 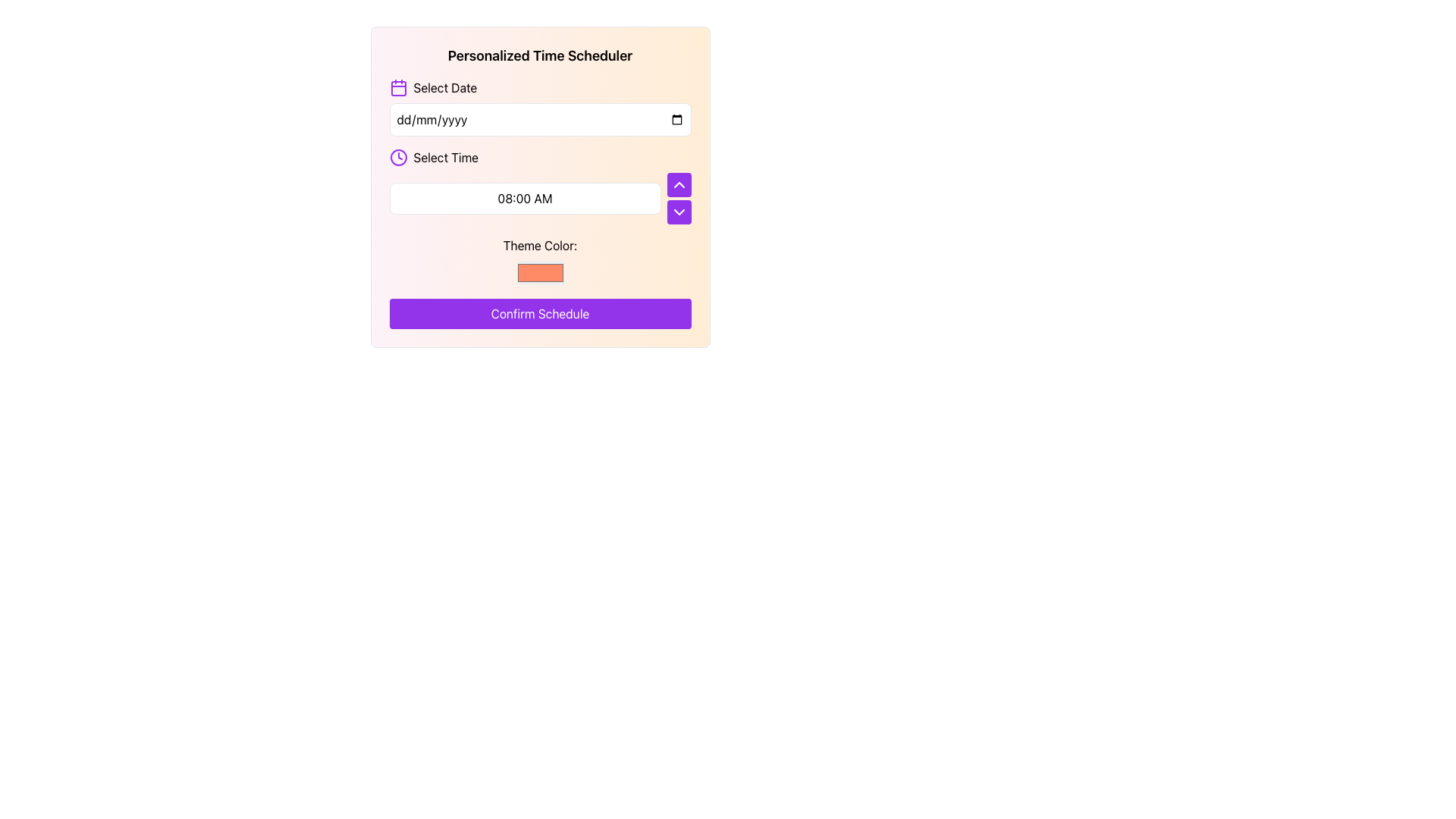 I want to click on the circular clock icon with a purple outline located to the left of the 'Select Time' label for accessibility purposes, so click(x=398, y=158).